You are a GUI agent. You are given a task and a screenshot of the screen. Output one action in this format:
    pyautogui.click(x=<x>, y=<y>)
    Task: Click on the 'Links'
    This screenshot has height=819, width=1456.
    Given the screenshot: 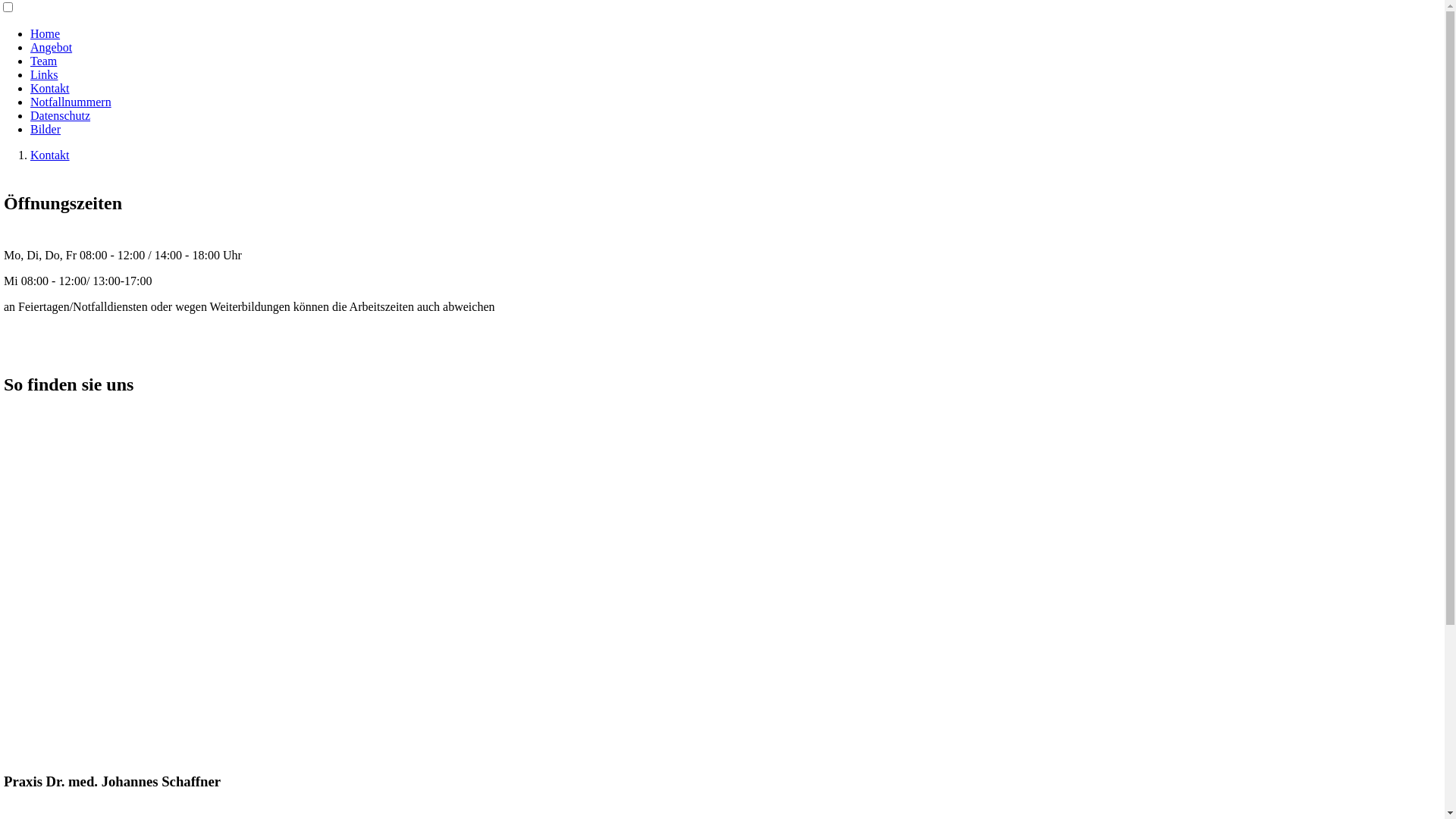 What is the action you would take?
    pyautogui.click(x=30, y=74)
    